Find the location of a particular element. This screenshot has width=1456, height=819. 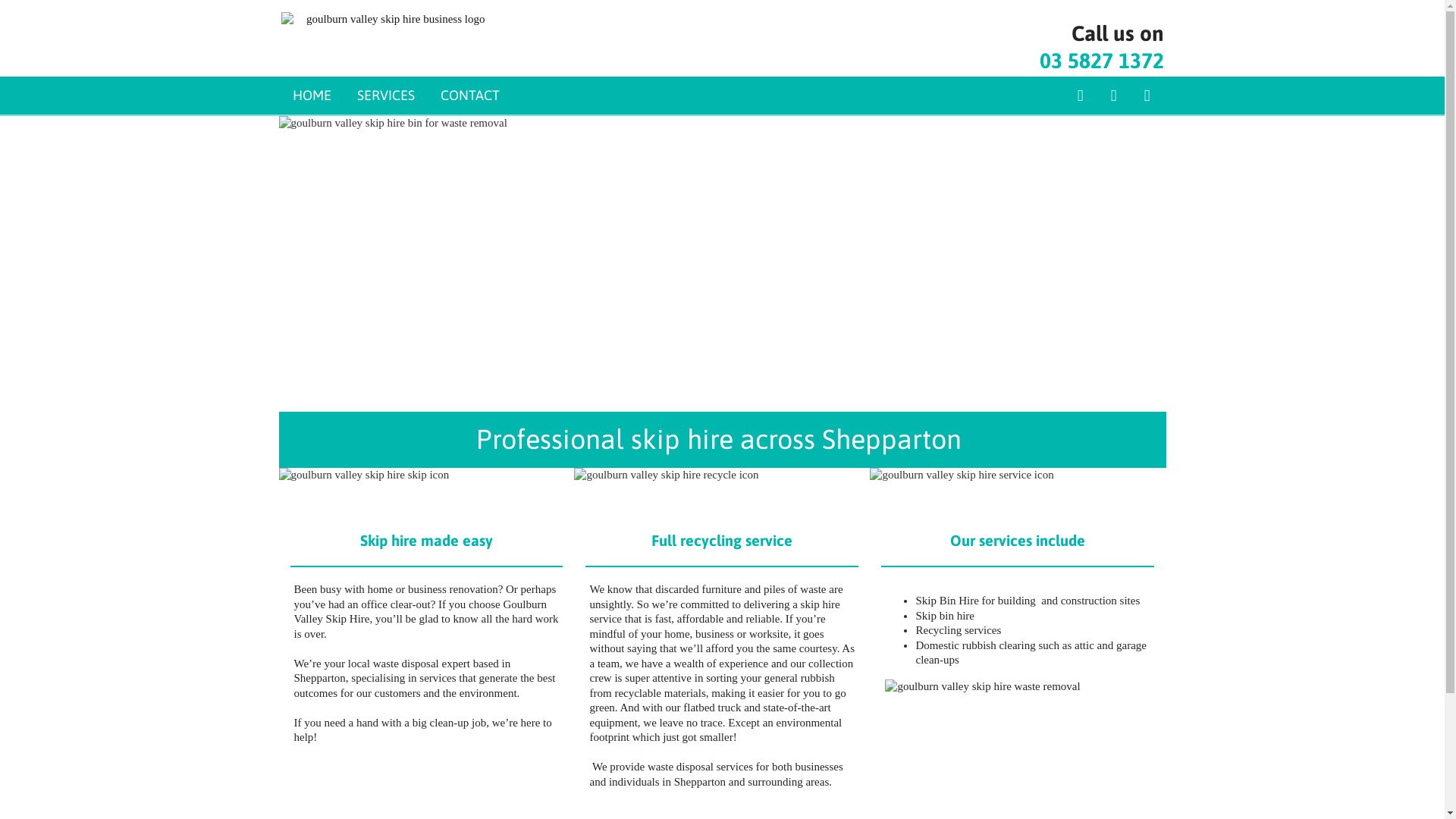

'SERVICES' is located at coordinates (385, 96).